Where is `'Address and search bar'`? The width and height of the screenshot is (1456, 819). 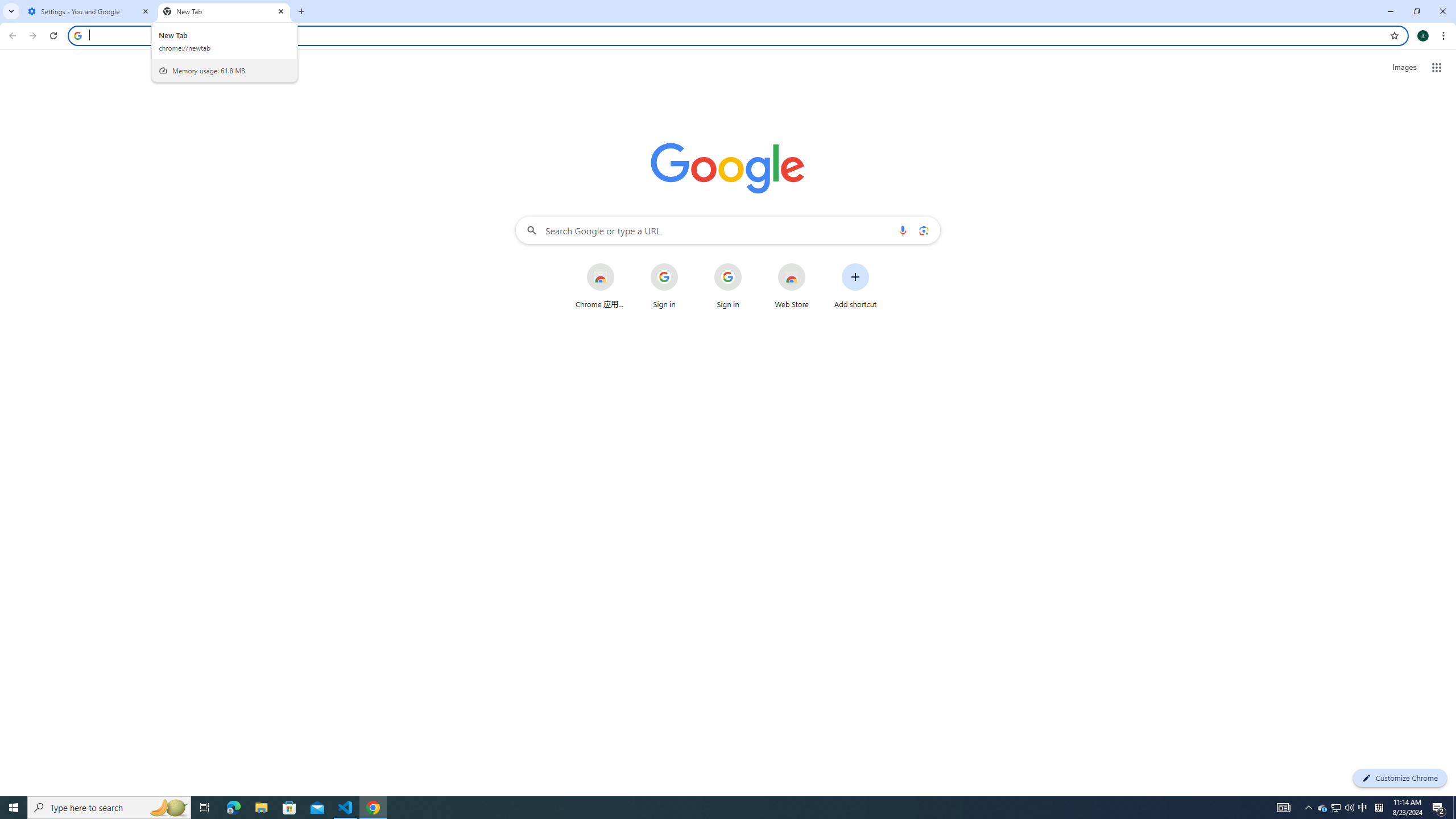 'Address and search bar' is located at coordinates (735, 35).